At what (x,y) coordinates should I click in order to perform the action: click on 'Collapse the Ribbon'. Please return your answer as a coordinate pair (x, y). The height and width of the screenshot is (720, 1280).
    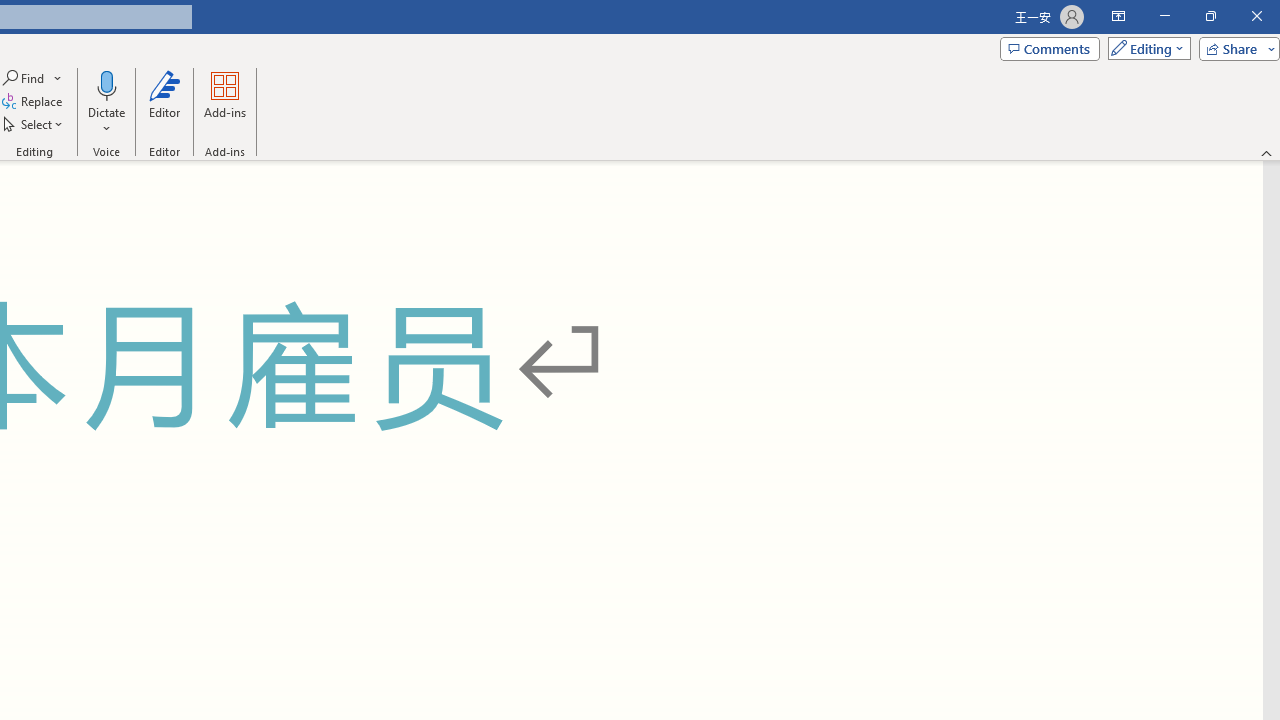
    Looking at the image, I should click on (1266, 152).